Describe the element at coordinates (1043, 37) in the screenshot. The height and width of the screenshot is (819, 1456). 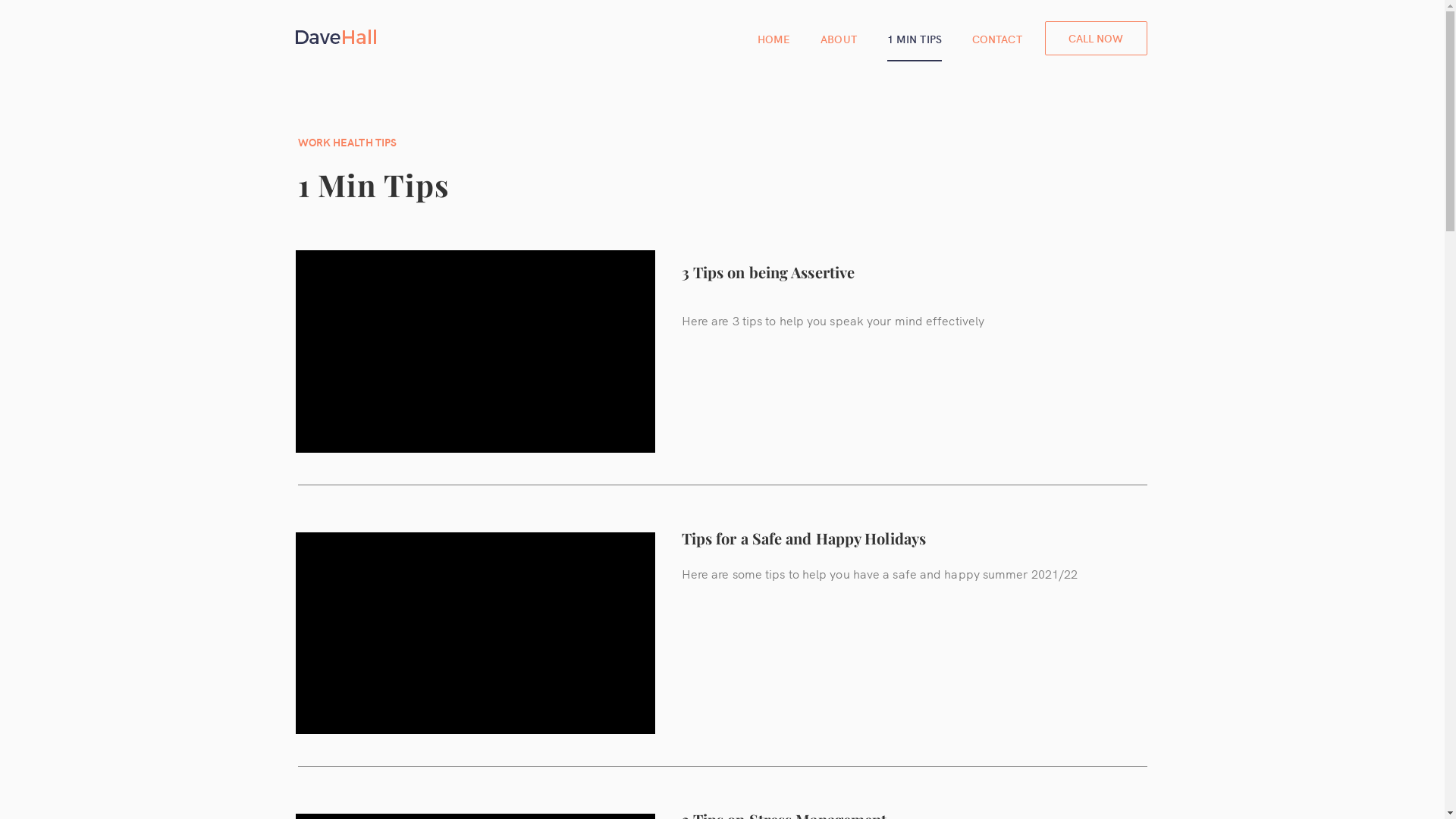
I see `'CALL NOW'` at that location.